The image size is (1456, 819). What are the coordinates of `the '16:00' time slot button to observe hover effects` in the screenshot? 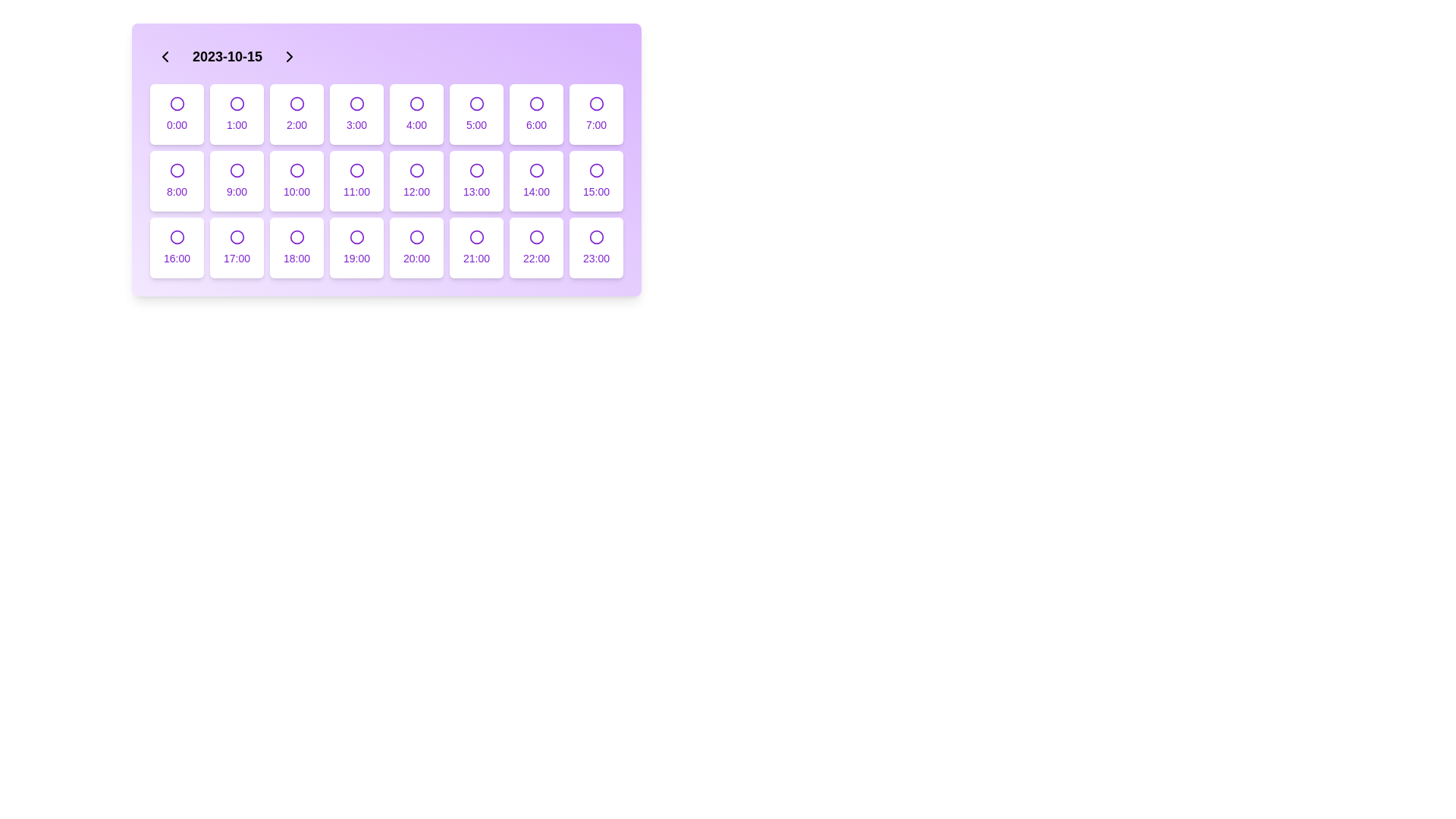 It's located at (177, 247).